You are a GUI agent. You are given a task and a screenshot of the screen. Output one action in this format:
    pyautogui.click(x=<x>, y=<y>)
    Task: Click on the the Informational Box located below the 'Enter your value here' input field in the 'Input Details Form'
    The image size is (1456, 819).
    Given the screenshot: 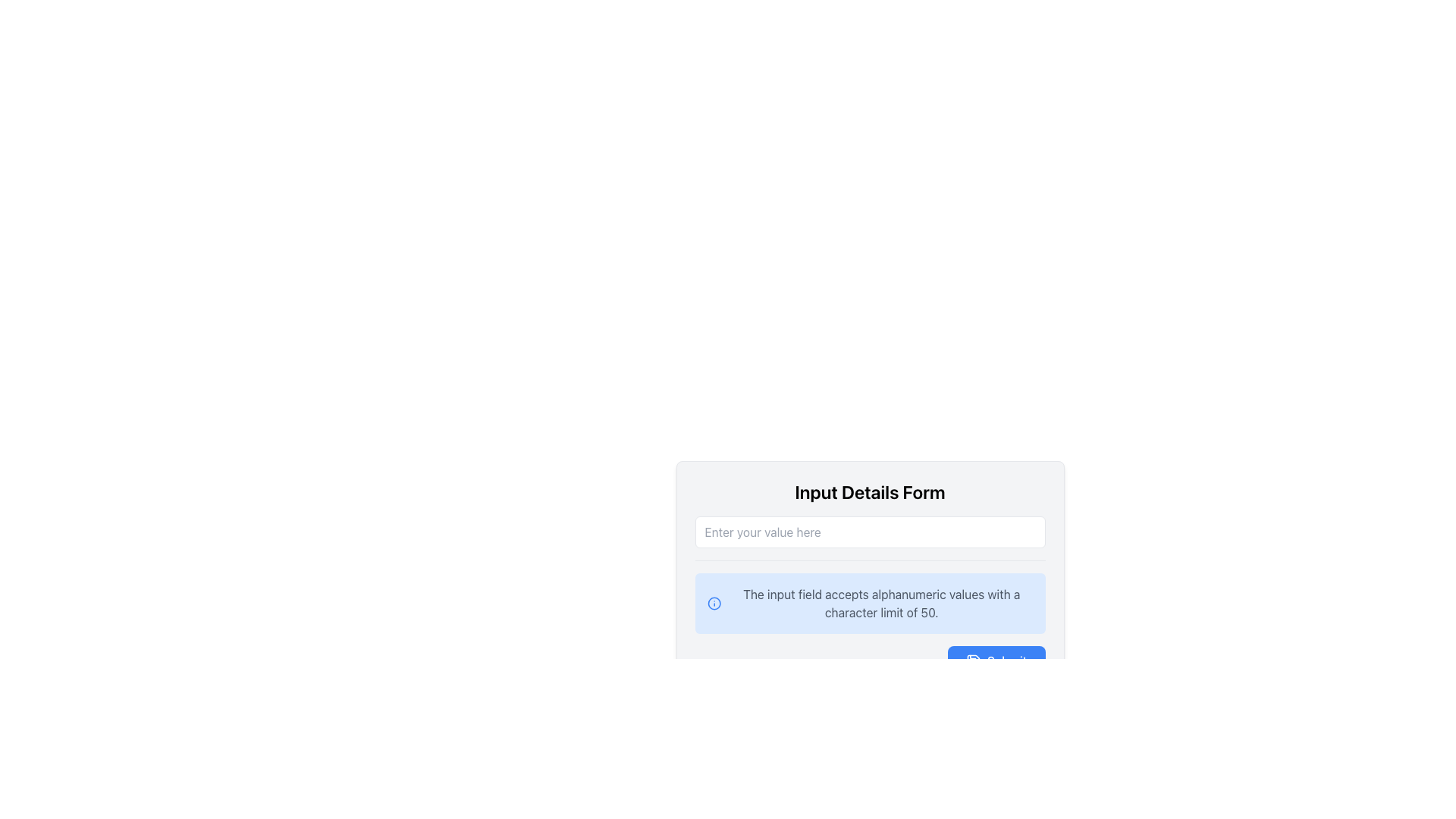 What is the action you would take?
    pyautogui.click(x=870, y=595)
    